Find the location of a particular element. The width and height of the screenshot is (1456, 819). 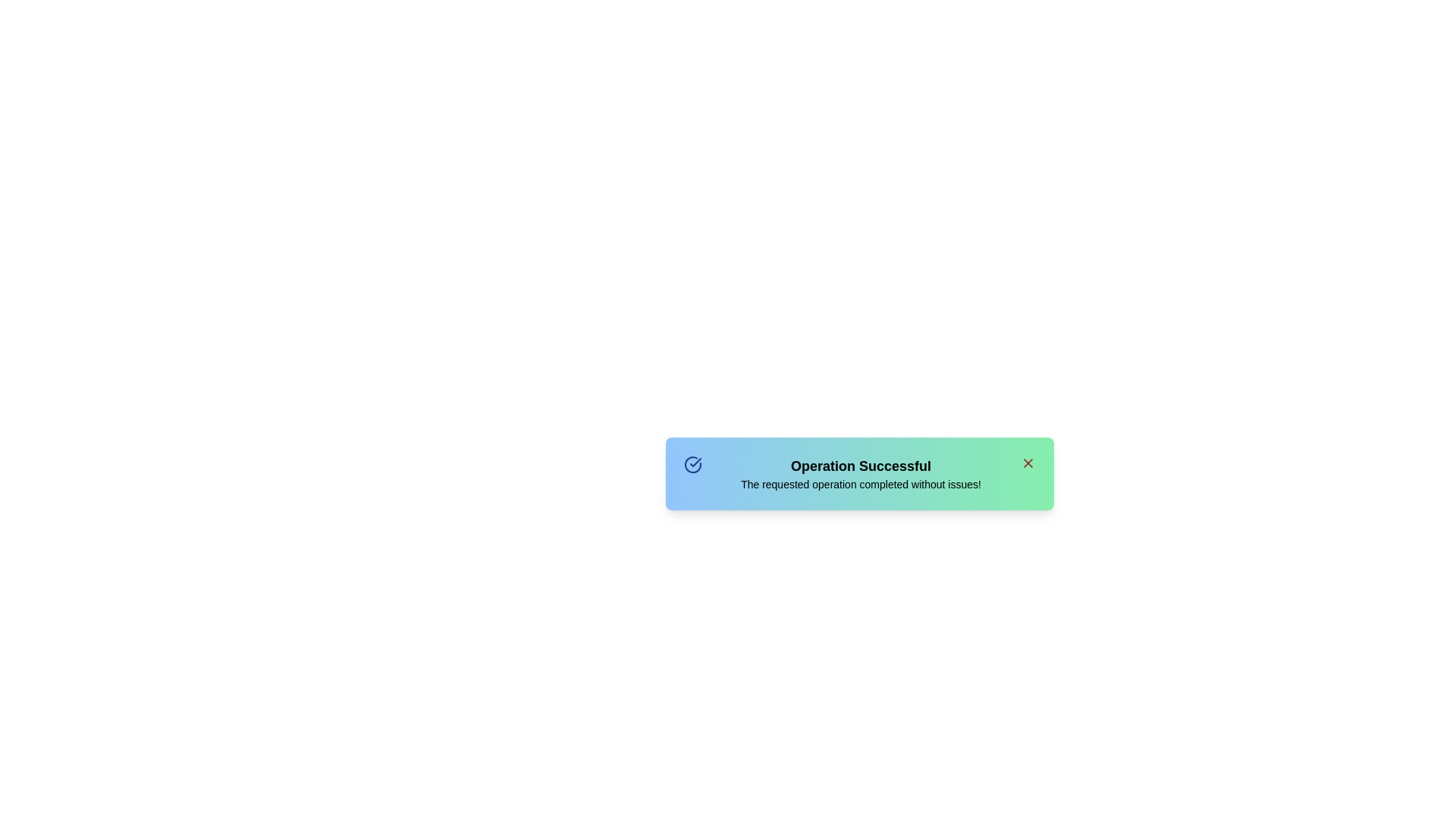

the icon to examine its details is located at coordinates (692, 464).